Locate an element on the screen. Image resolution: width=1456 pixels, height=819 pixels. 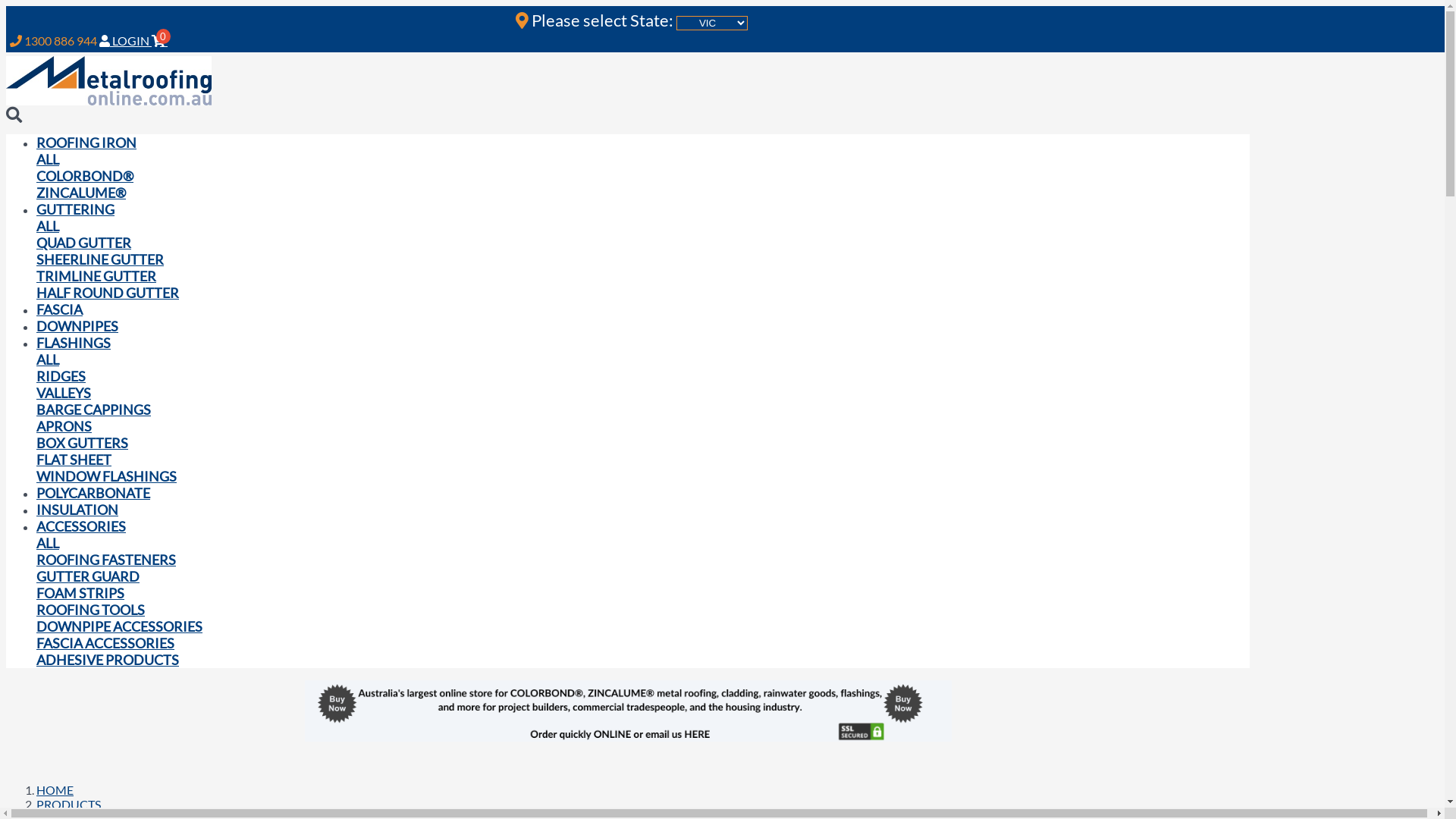
'GUTTER GUARD' is located at coordinates (86, 576).